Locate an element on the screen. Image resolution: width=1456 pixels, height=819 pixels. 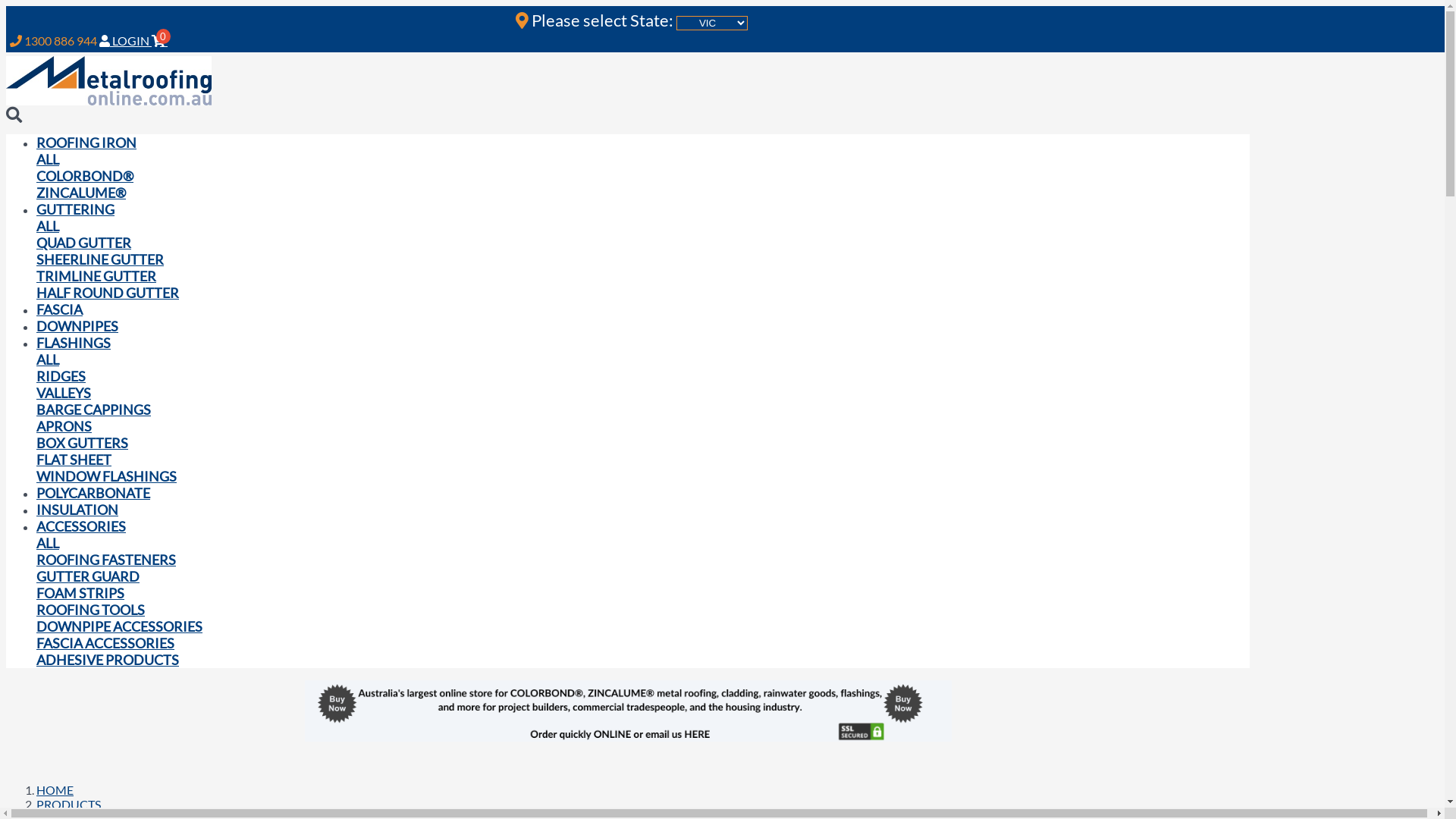
'GUTTER GUARD' is located at coordinates (86, 576).